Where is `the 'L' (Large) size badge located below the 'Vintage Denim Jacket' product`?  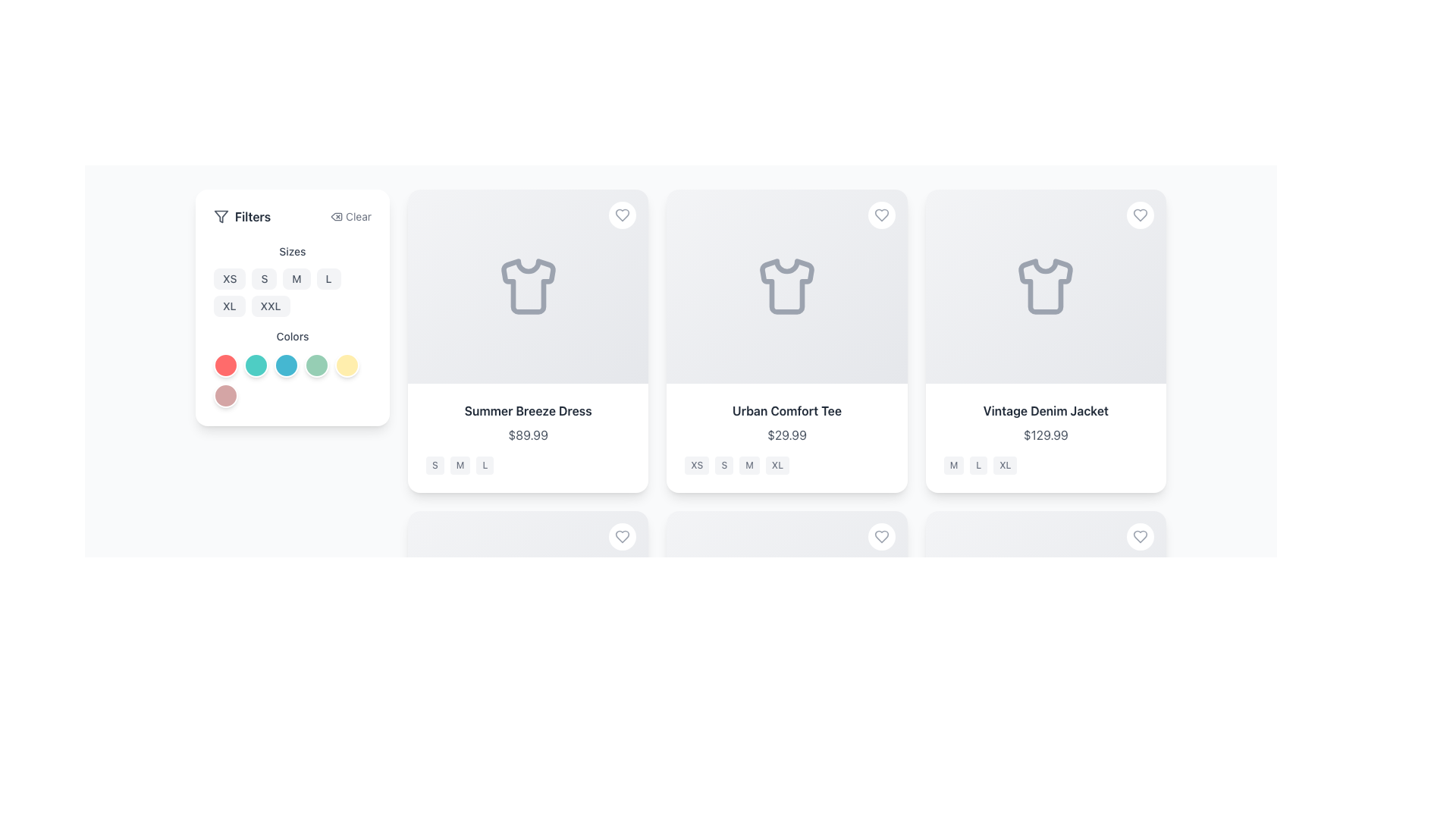
the 'L' (Large) size badge located below the 'Vintage Denim Jacket' product is located at coordinates (978, 464).